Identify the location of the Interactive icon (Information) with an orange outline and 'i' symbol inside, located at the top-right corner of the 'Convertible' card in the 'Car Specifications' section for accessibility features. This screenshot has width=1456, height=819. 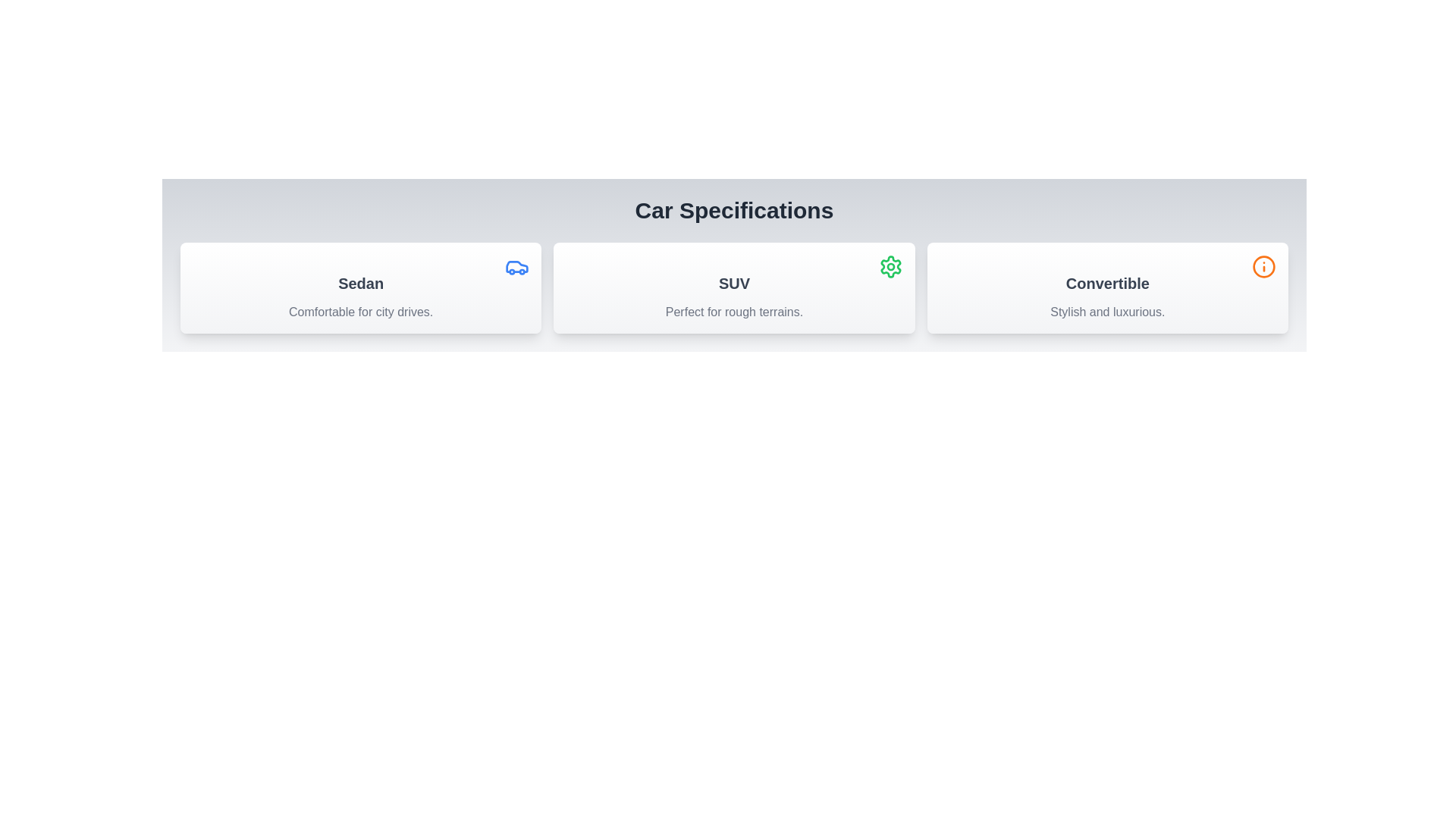
(1263, 265).